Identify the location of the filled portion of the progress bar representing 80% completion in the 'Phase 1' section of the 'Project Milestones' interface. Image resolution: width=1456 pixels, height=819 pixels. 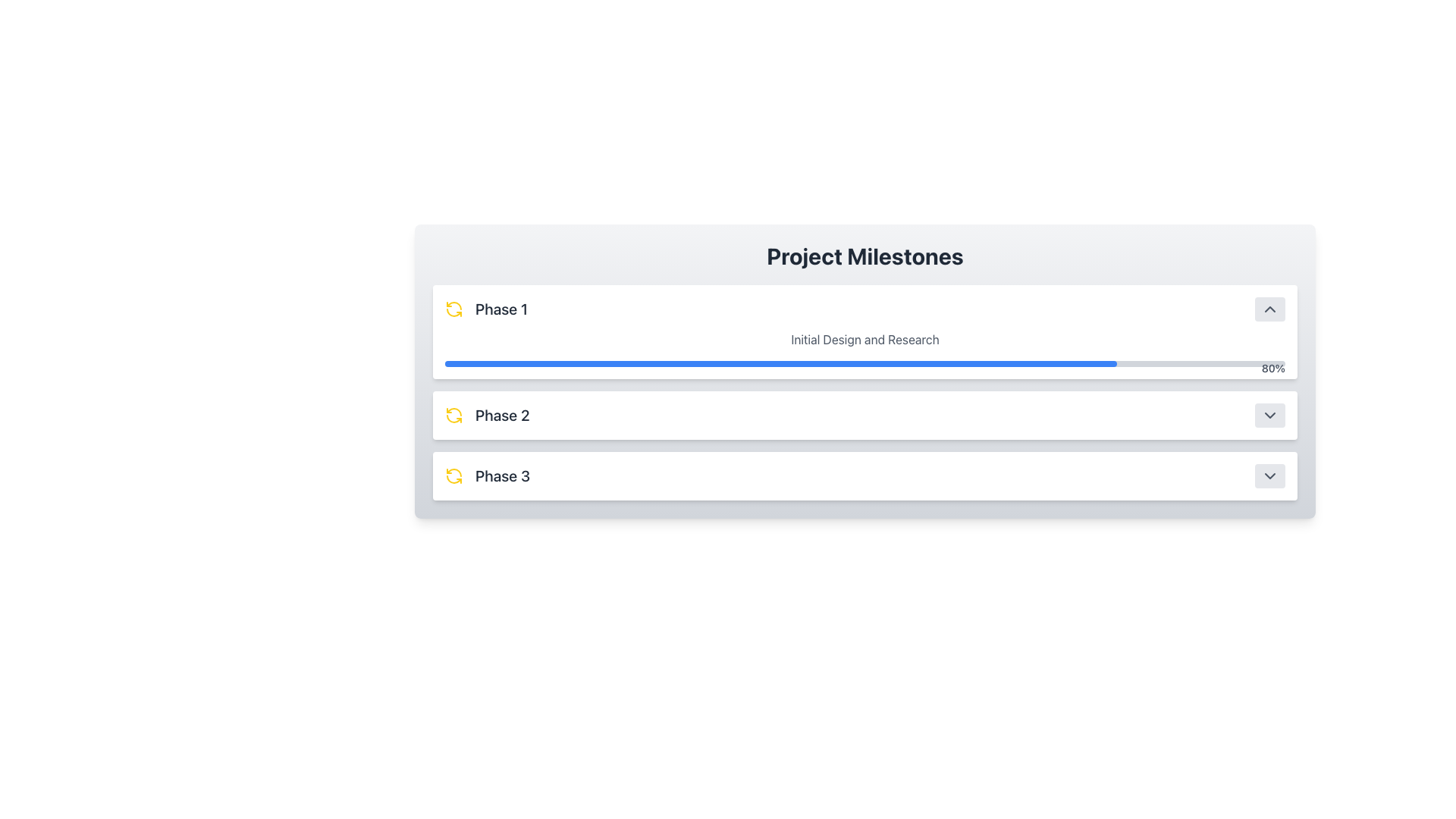
(781, 363).